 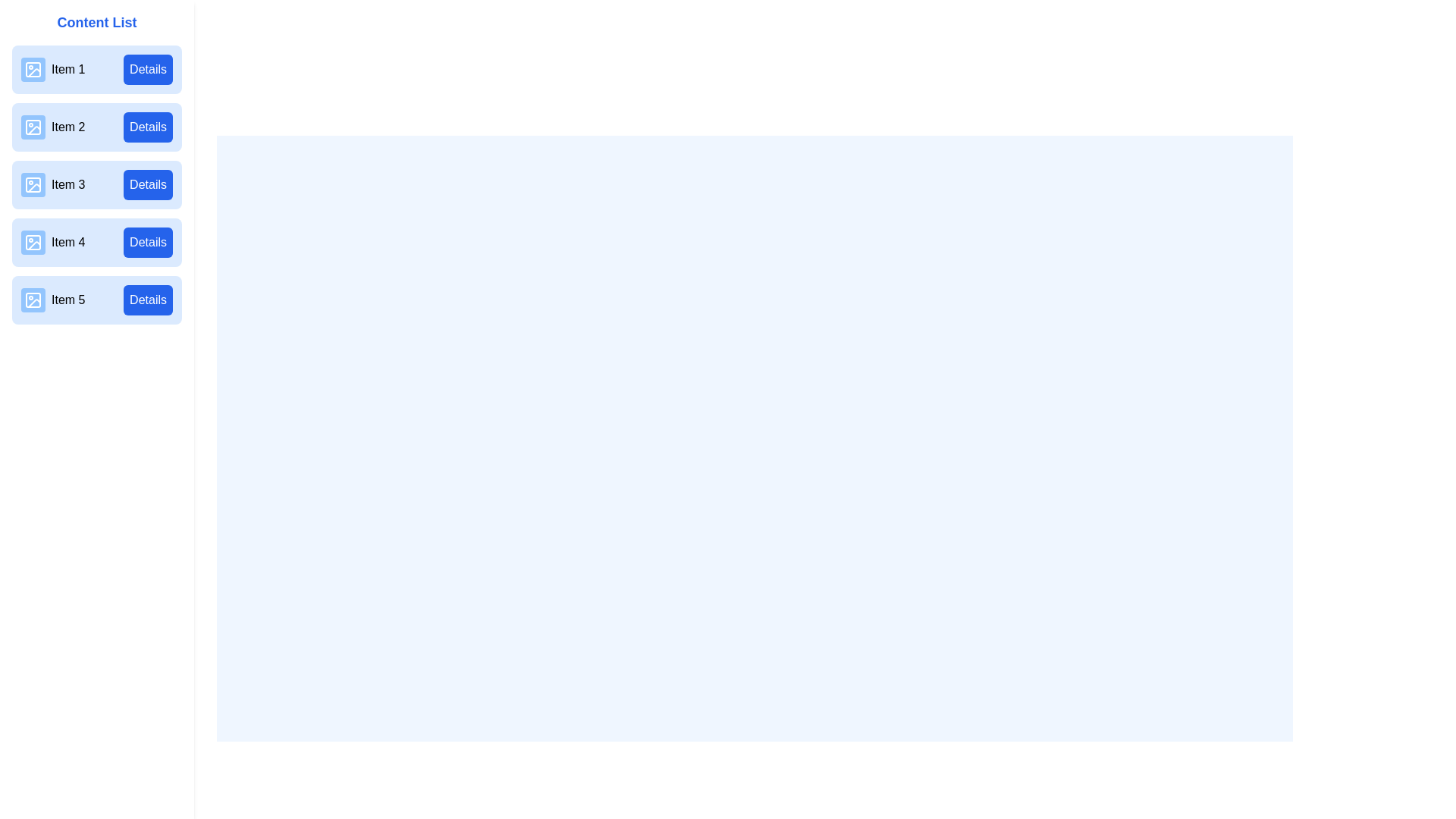 I want to click on the 'Details' button of the list item labeled 'Item 5', so click(x=96, y=300).